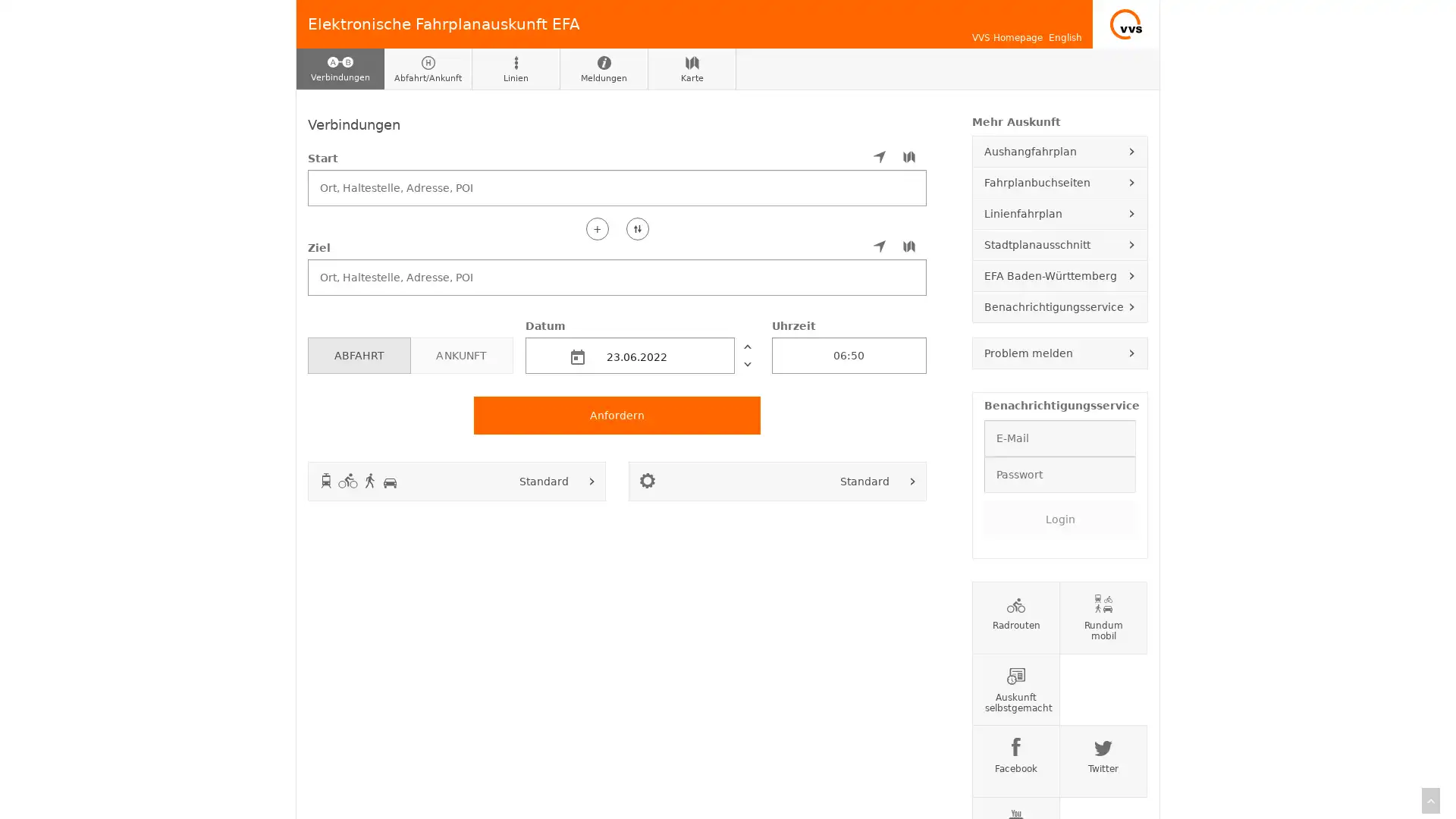  What do you see at coordinates (603, 69) in the screenshot?
I see `Meldungen` at bounding box center [603, 69].